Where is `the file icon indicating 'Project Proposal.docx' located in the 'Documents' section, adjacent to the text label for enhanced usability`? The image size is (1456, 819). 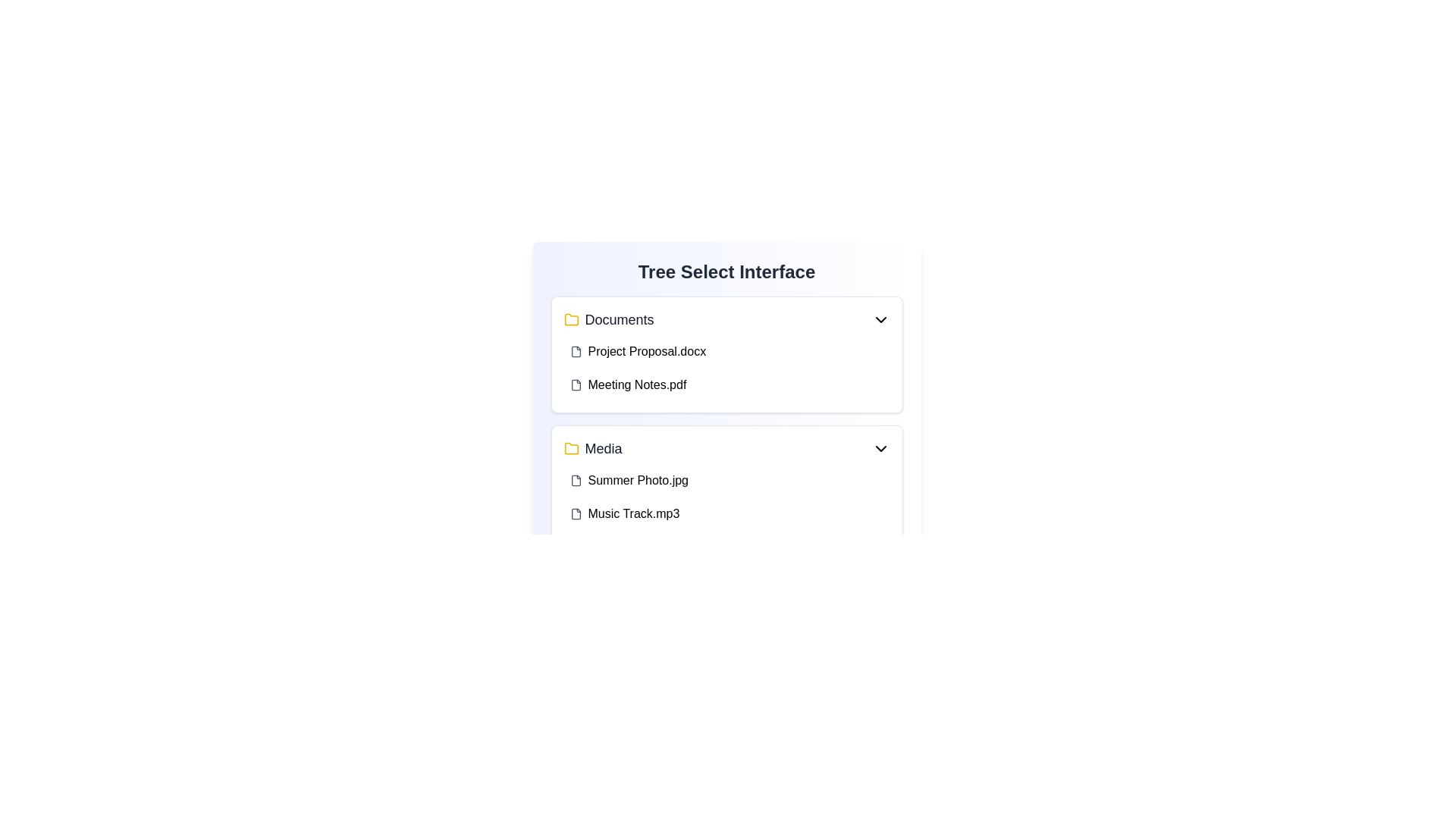 the file icon indicating 'Project Proposal.docx' located in the 'Documents' section, adjacent to the text label for enhanced usability is located at coordinates (575, 351).